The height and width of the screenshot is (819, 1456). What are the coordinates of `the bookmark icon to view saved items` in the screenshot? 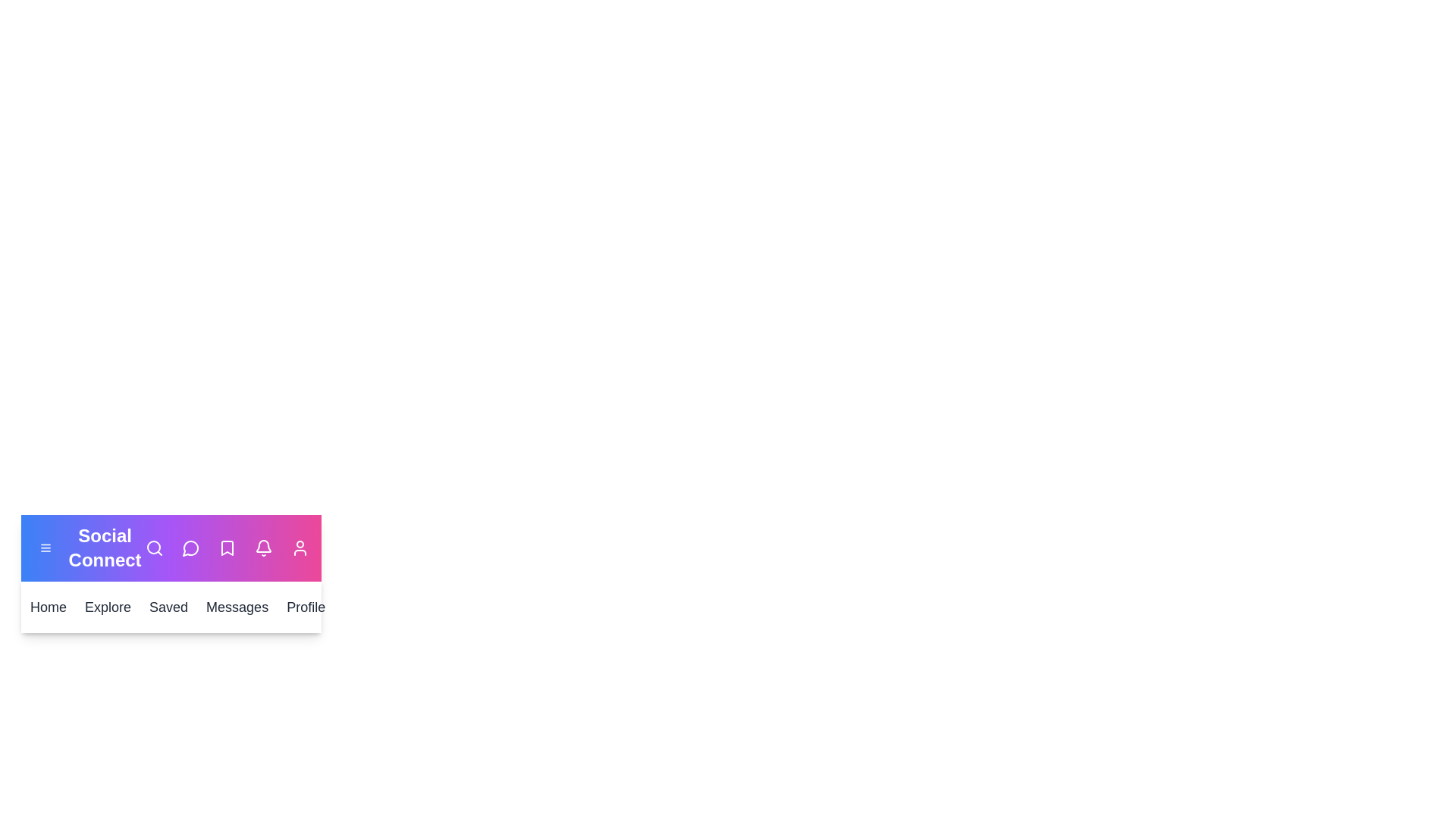 It's located at (226, 548).